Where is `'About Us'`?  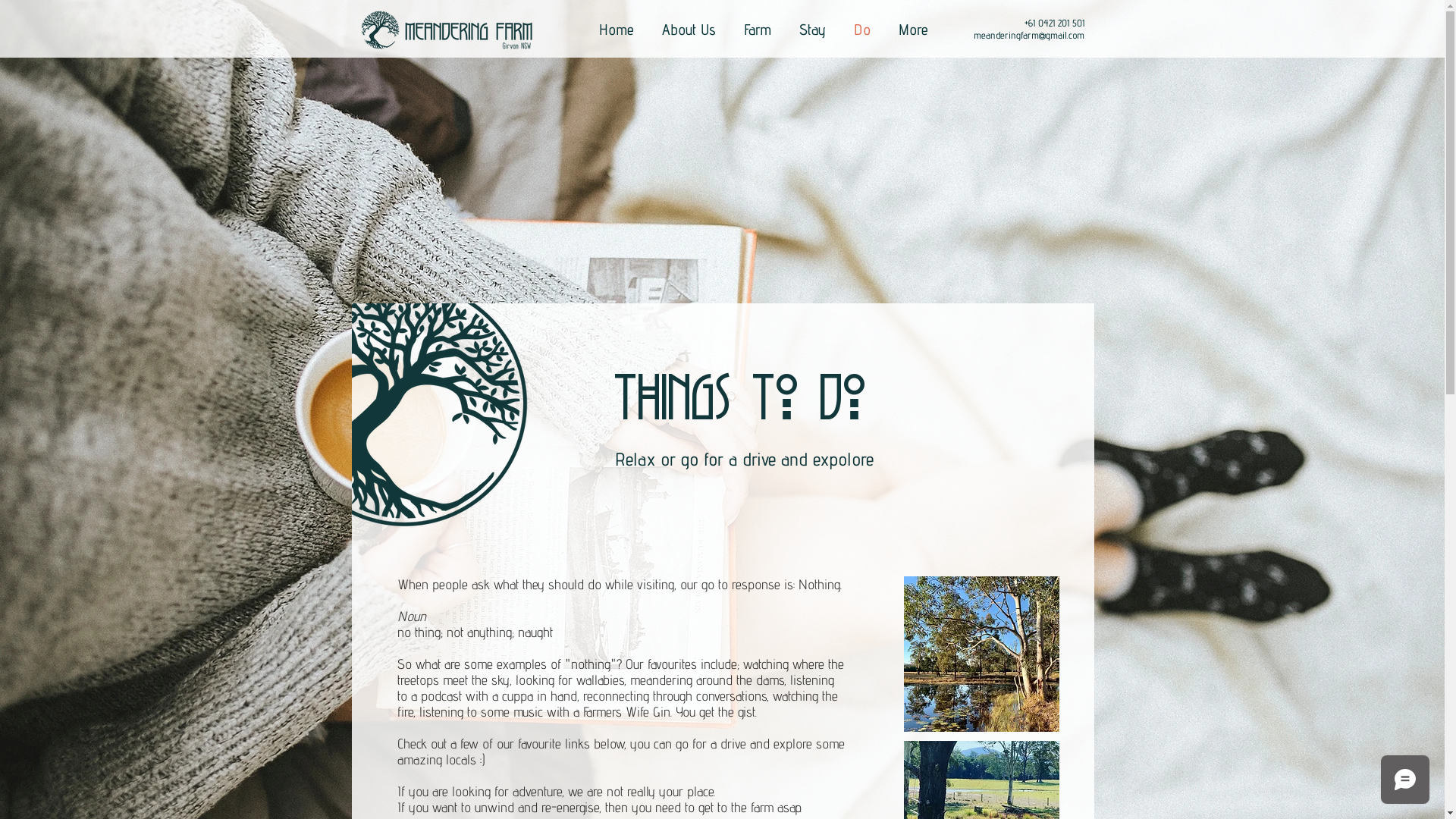
'About Us' is located at coordinates (687, 30).